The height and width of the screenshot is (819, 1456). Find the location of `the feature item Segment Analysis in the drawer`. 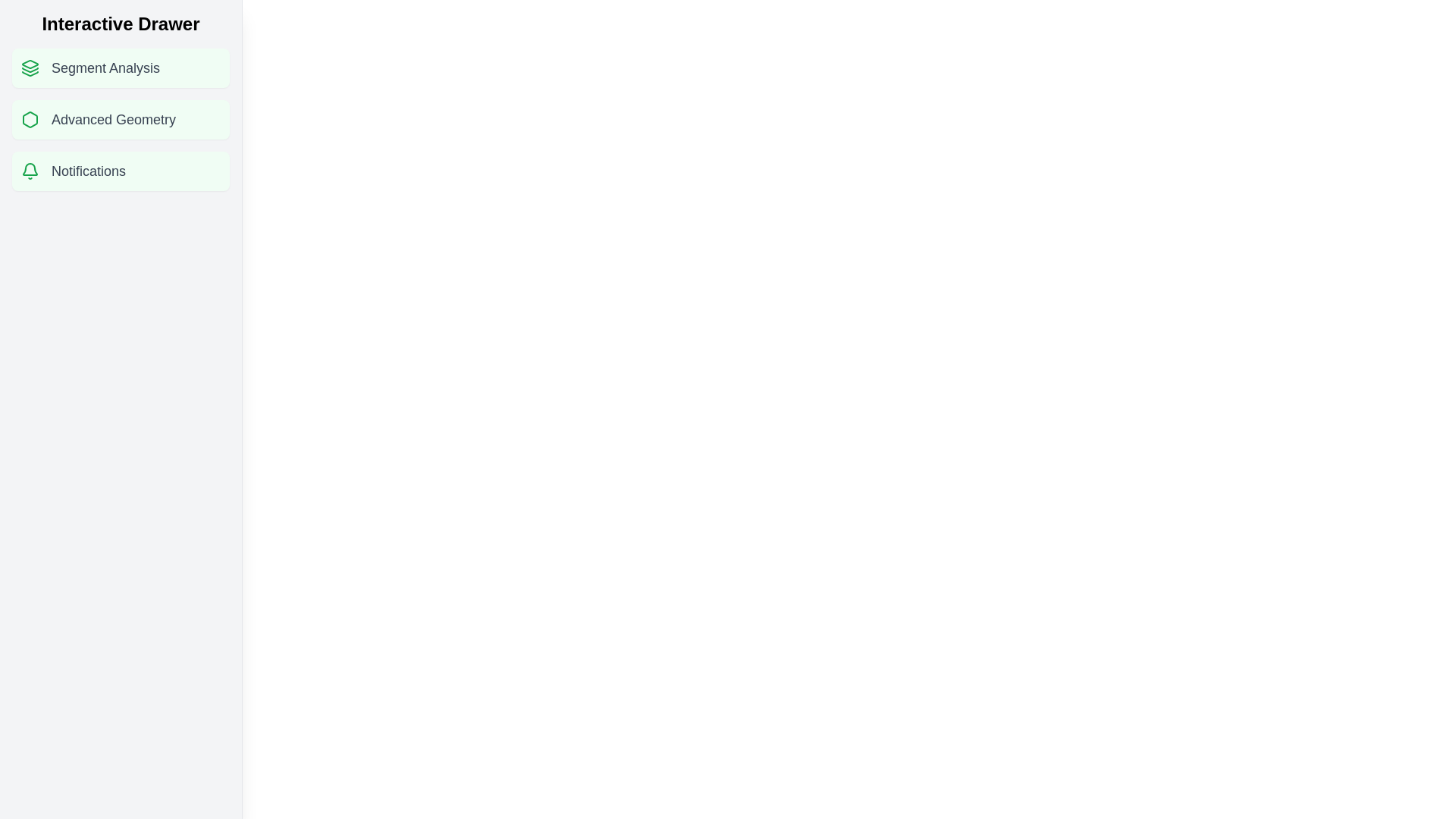

the feature item Segment Analysis in the drawer is located at coordinates (120, 67).